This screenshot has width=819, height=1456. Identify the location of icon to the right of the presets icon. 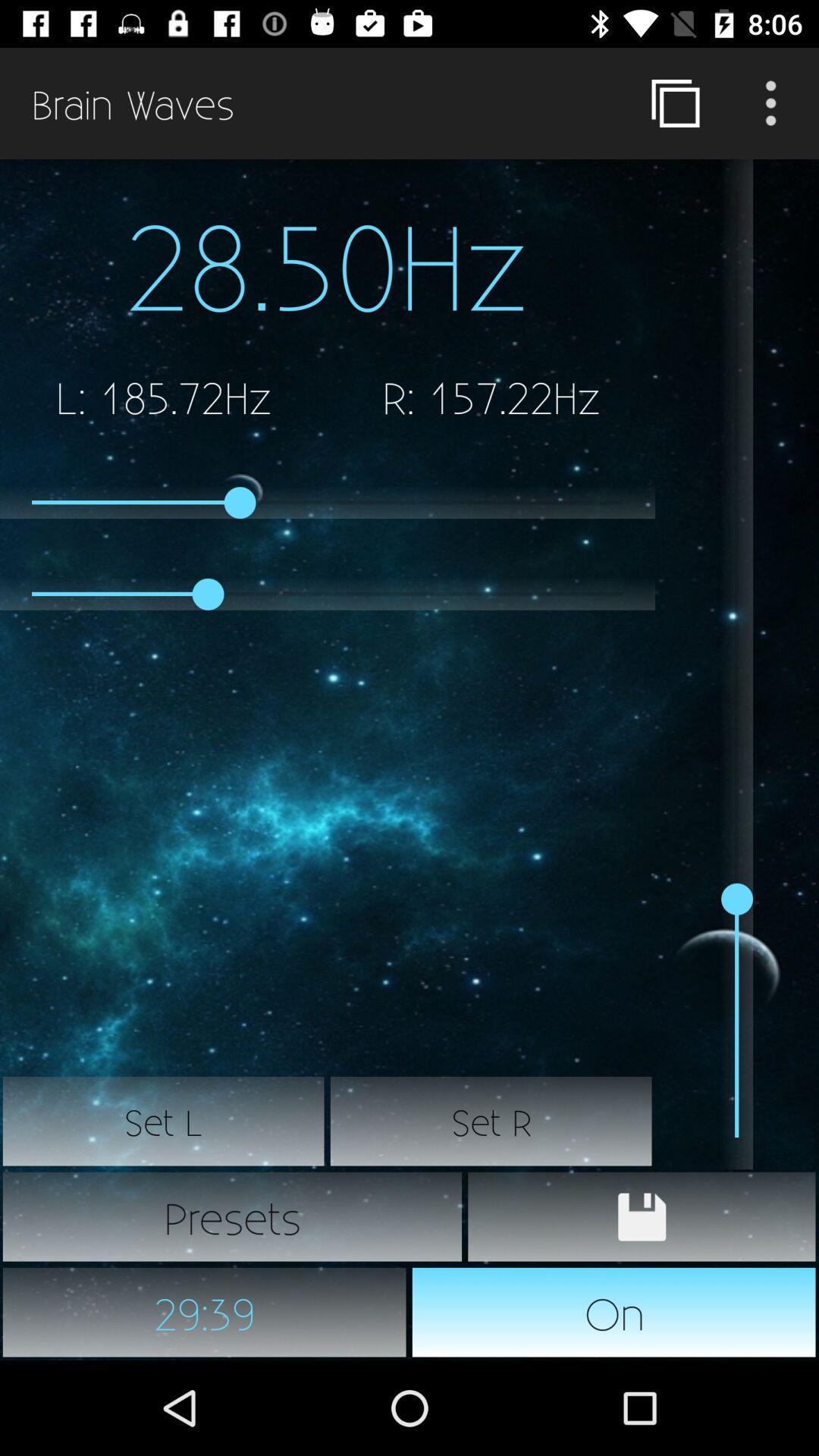
(642, 1216).